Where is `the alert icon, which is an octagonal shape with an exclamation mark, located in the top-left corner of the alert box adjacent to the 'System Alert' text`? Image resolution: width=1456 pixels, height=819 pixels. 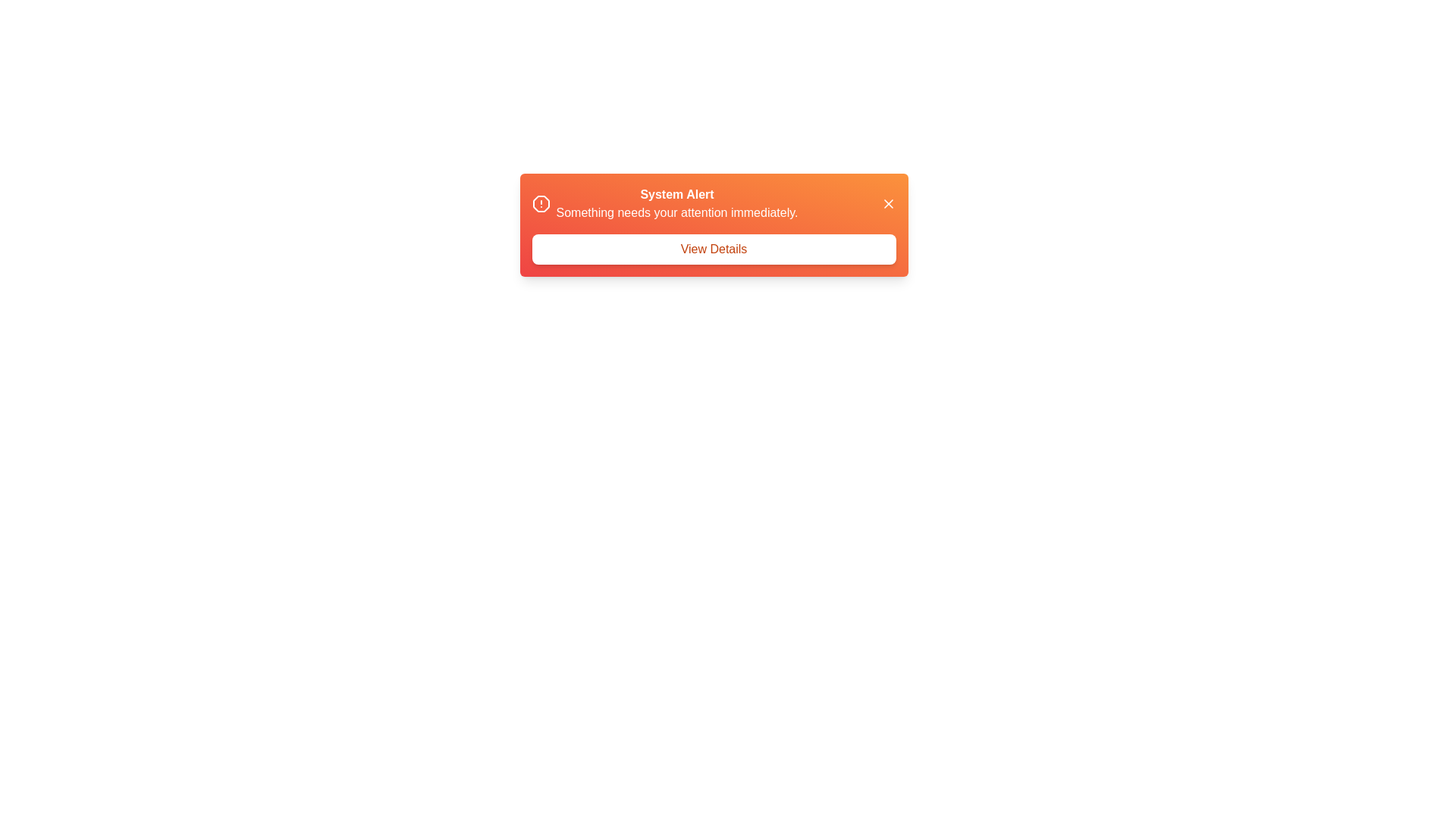
the alert icon, which is an octagonal shape with an exclamation mark, located in the top-left corner of the alert box adjacent to the 'System Alert' text is located at coordinates (541, 203).